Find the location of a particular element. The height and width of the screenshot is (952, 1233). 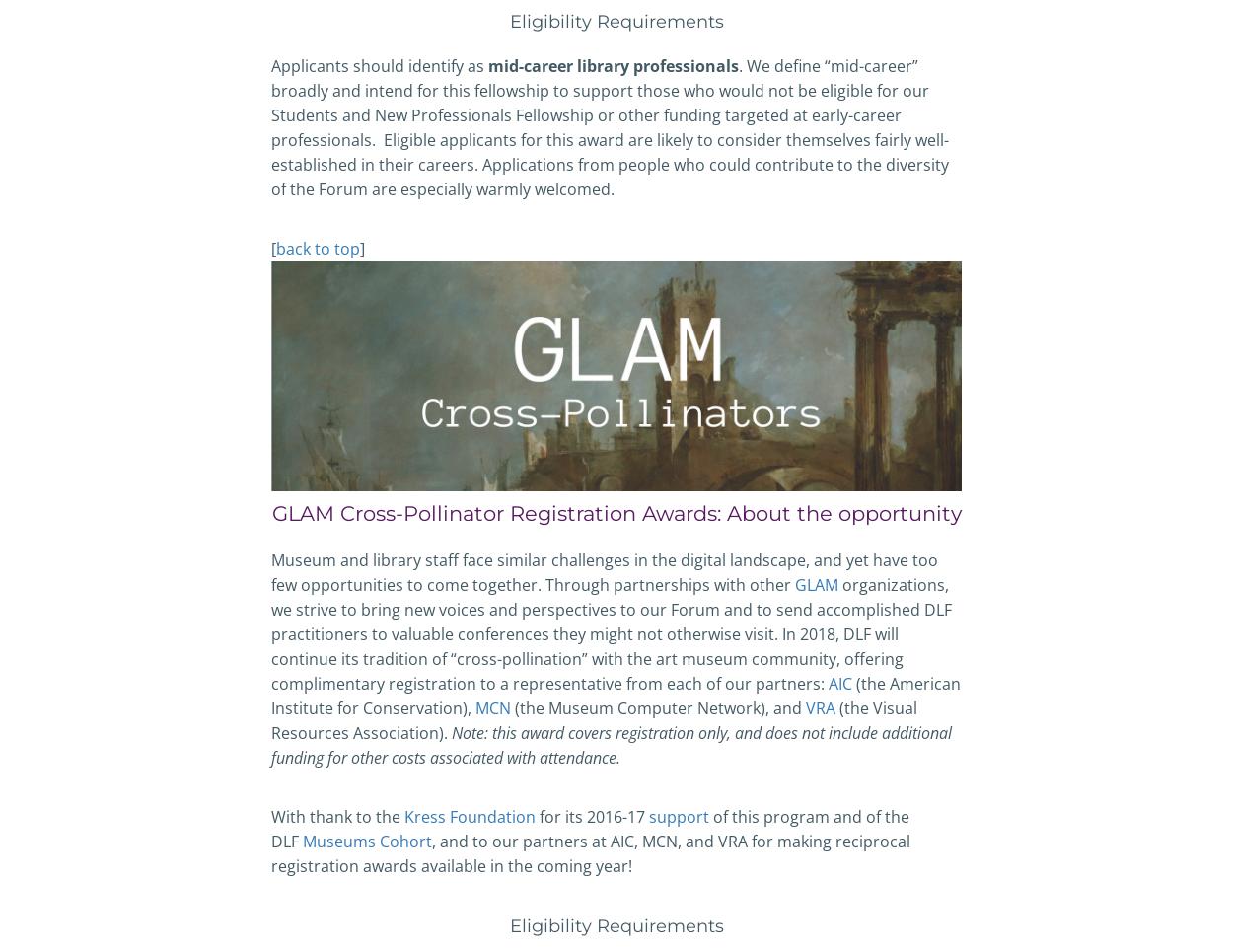

'organizations, we strive to bring new voices and perspectives to our Forum and to send accomplished DLF practitioners to valuable conferences they might not otherwise visit. In 2018, DLF will continue its tradition of “cross-pollination” with the art museum community, offering complimentary registration to a representative from each of our partners:' is located at coordinates (611, 633).